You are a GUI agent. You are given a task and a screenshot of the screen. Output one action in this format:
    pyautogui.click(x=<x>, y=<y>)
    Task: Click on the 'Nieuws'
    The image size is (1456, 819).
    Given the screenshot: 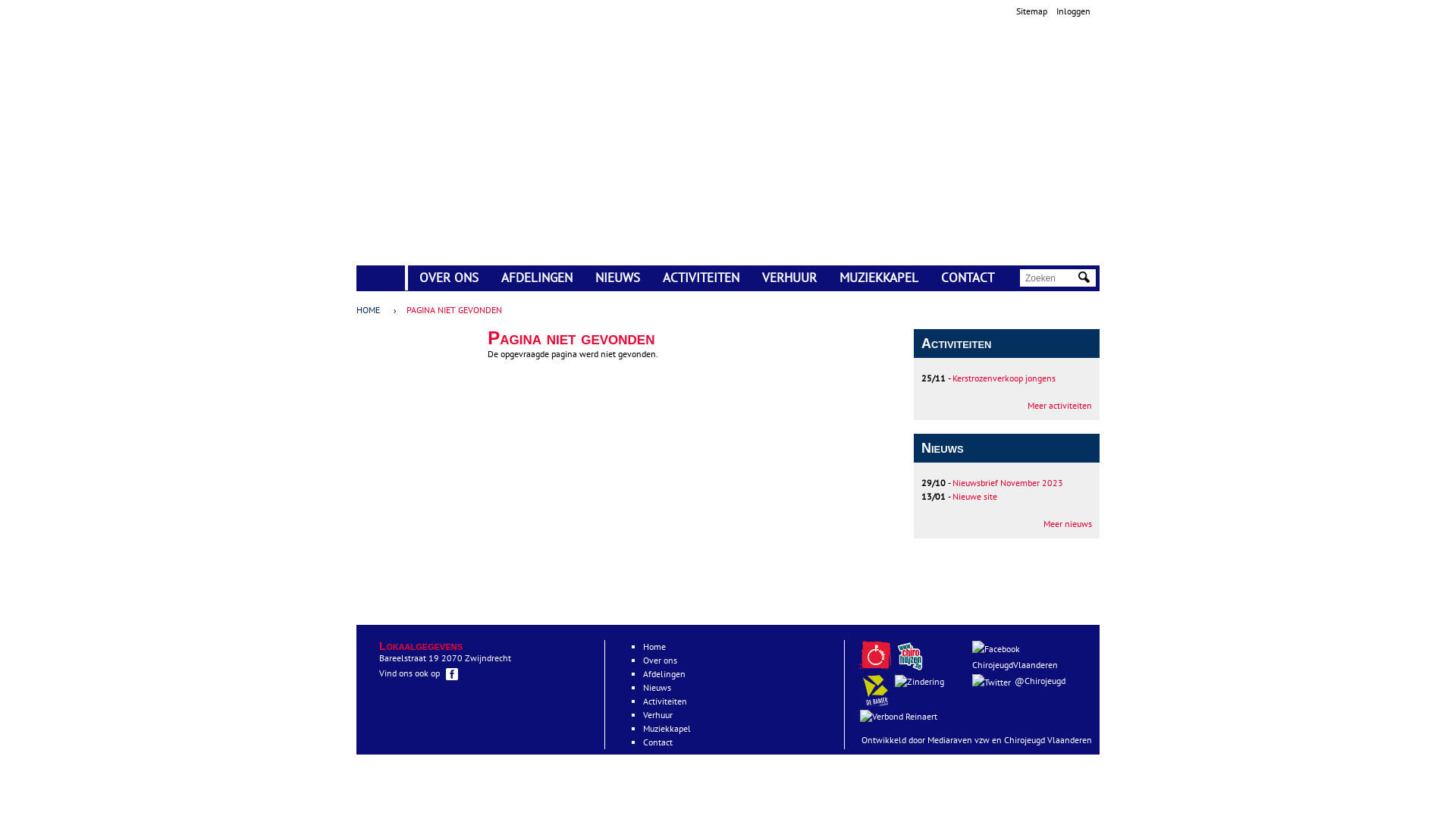 What is the action you would take?
    pyautogui.click(x=643, y=687)
    